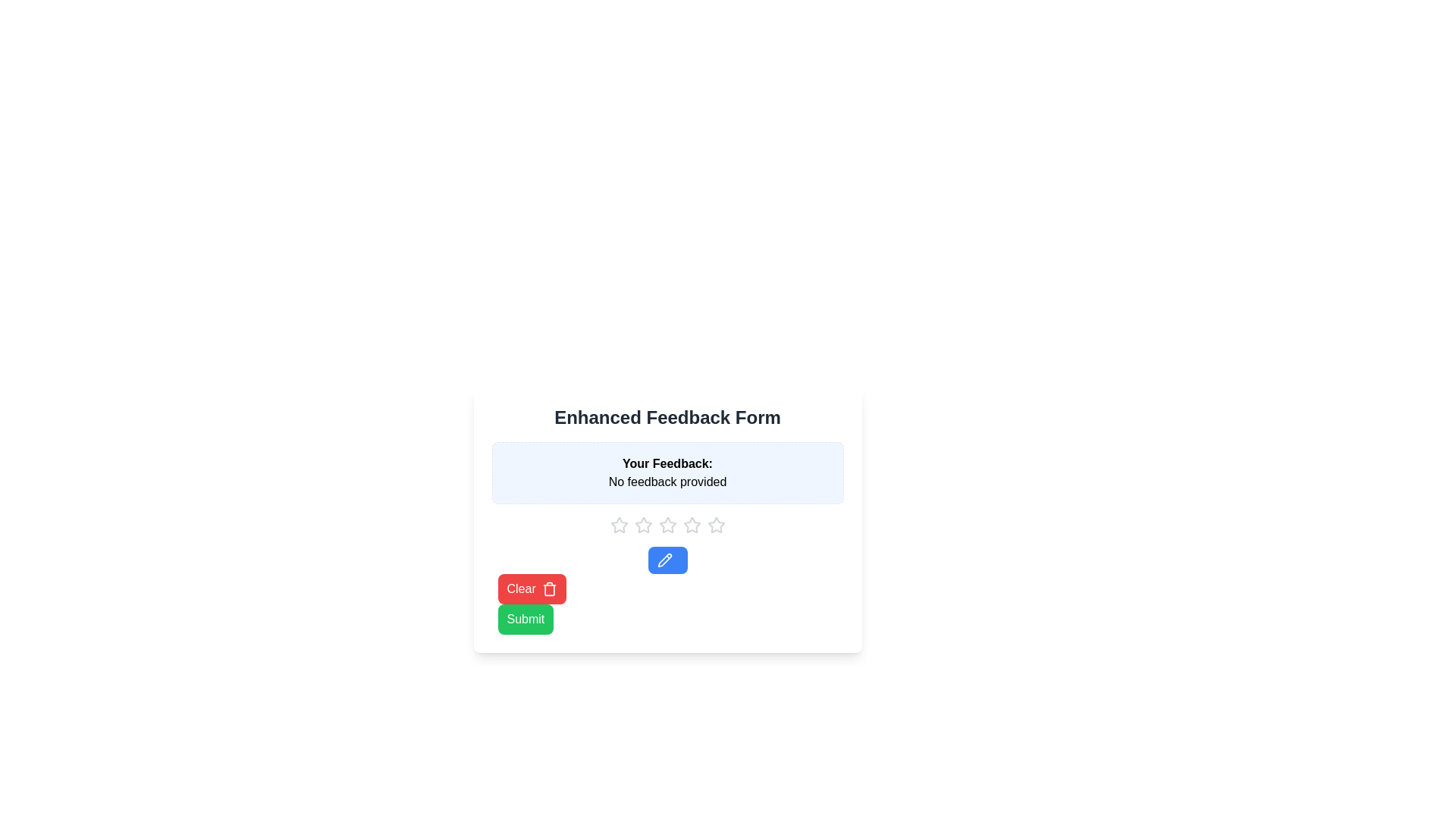 The width and height of the screenshot is (1456, 819). Describe the element at coordinates (526, 620) in the screenshot. I see `the 'Submit' button with a green background and white text to trigger the style change effect` at that location.